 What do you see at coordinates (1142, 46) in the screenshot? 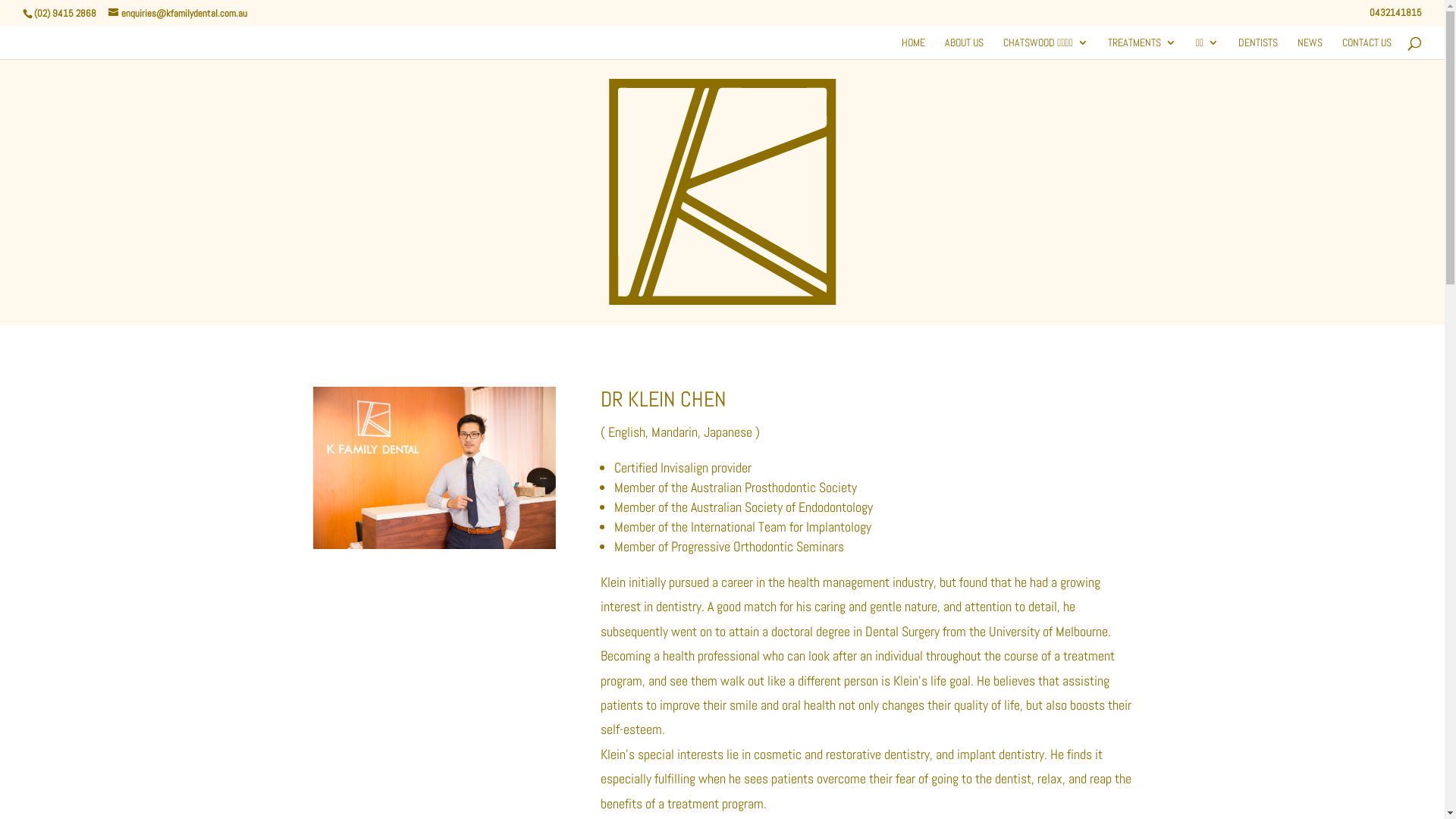
I see `'TREATMENTS'` at bounding box center [1142, 46].